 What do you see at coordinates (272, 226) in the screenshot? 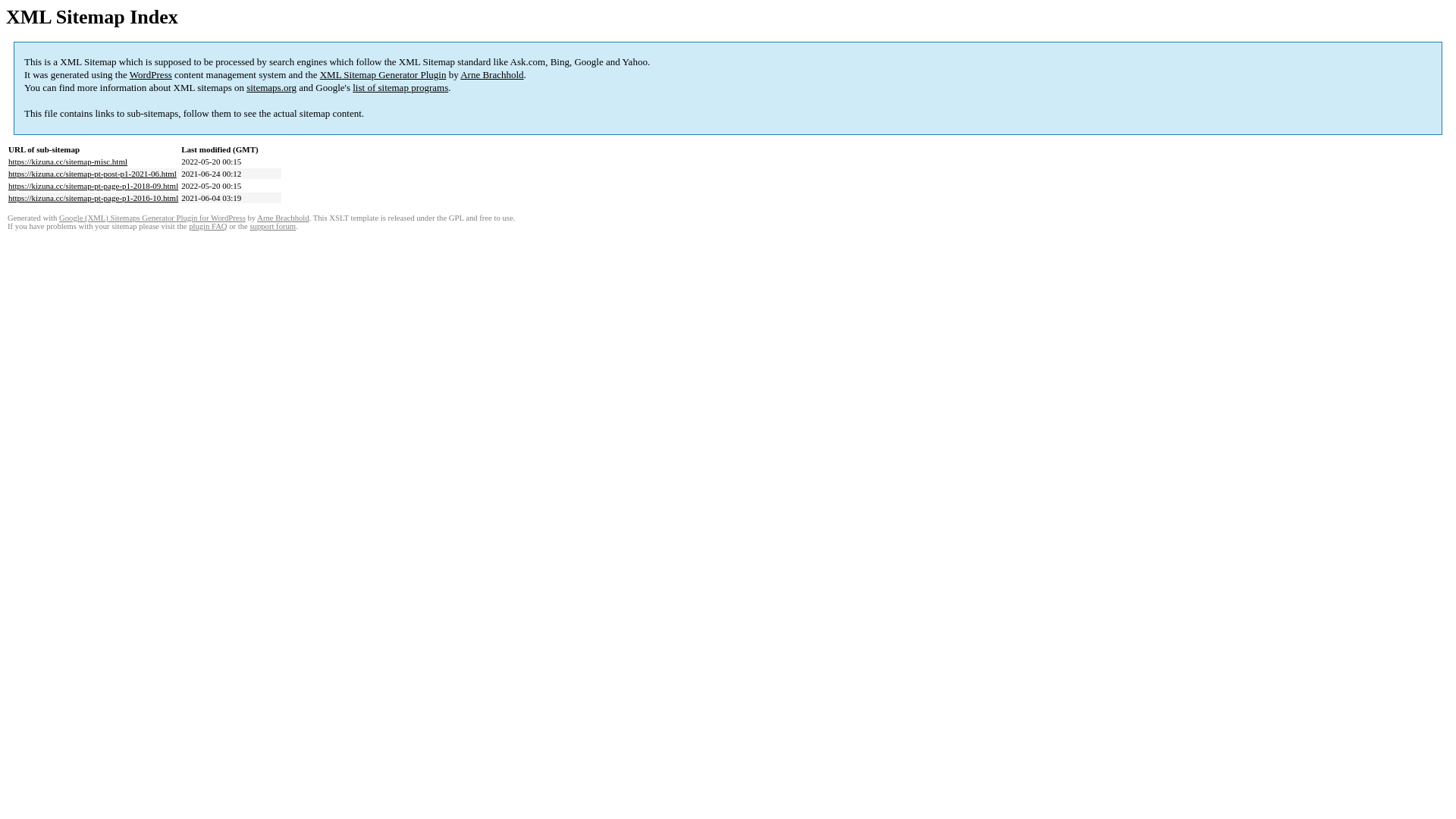
I see `'support forum'` at bounding box center [272, 226].